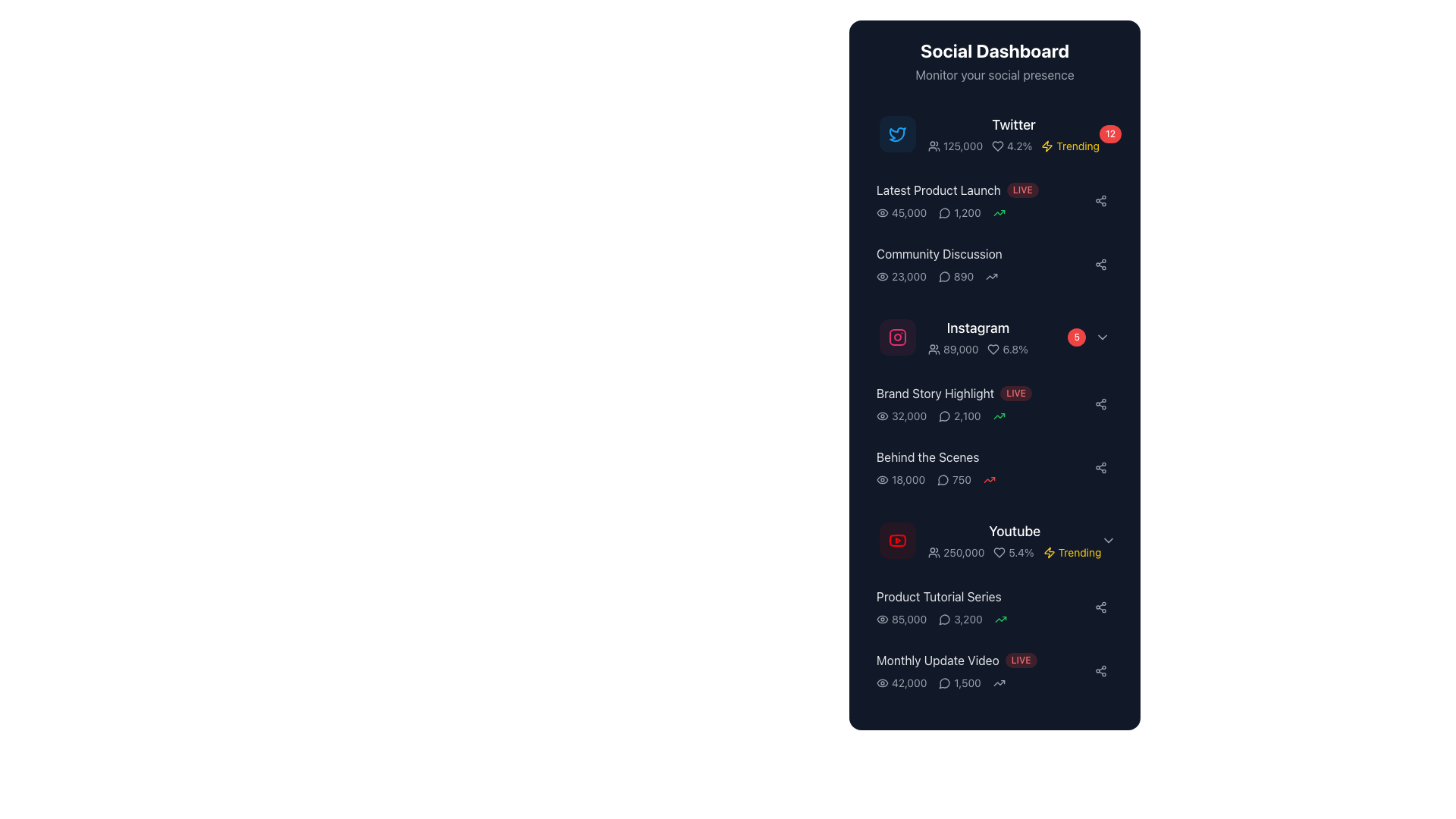 The image size is (1456, 819). I want to click on the metrics displayed in the Information panel, which includes the eye icon with '45,000', comment icon with '1,200', and growth chart icon, located in the Social Dashboard section, so click(994, 200).